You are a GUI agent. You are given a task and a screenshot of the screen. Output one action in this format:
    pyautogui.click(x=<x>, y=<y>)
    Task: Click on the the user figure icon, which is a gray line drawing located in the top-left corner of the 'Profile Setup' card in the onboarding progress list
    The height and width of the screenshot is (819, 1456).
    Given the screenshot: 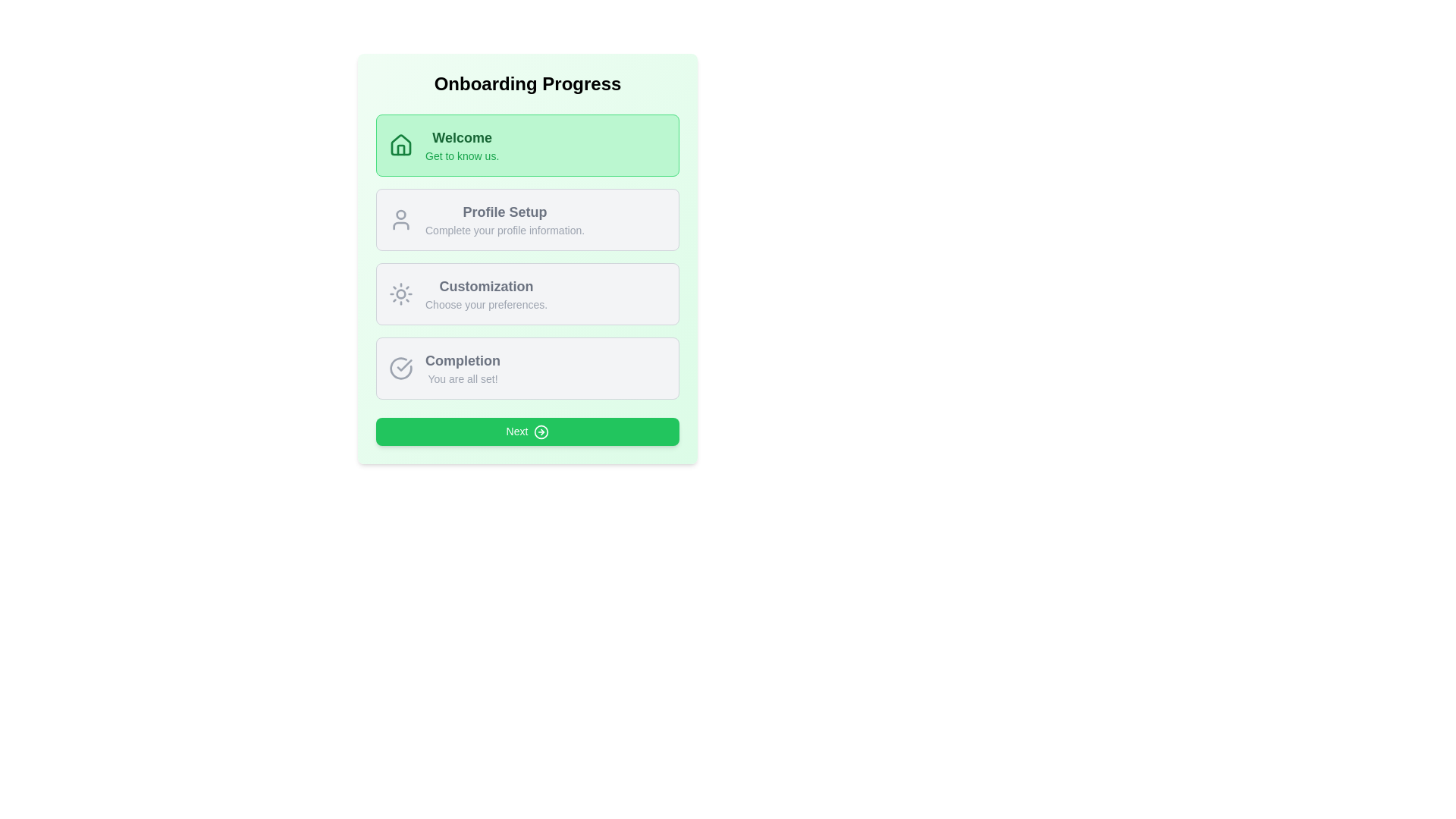 What is the action you would take?
    pyautogui.click(x=400, y=219)
    